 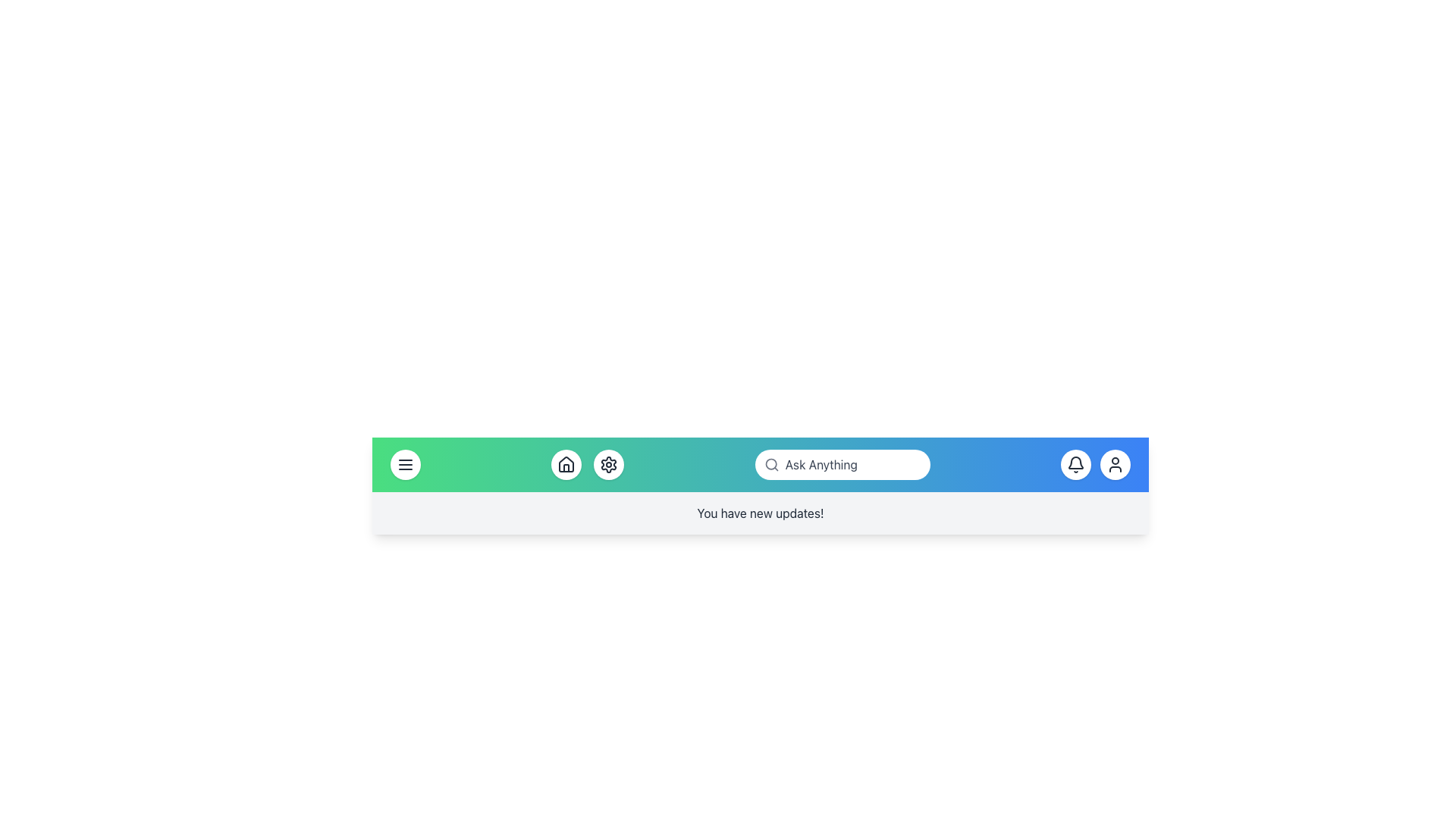 What do you see at coordinates (771, 464) in the screenshot?
I see `the search functionality icon located at the leftmost part of the search bar in the top navigation bar` at bounding box center [771, 464].